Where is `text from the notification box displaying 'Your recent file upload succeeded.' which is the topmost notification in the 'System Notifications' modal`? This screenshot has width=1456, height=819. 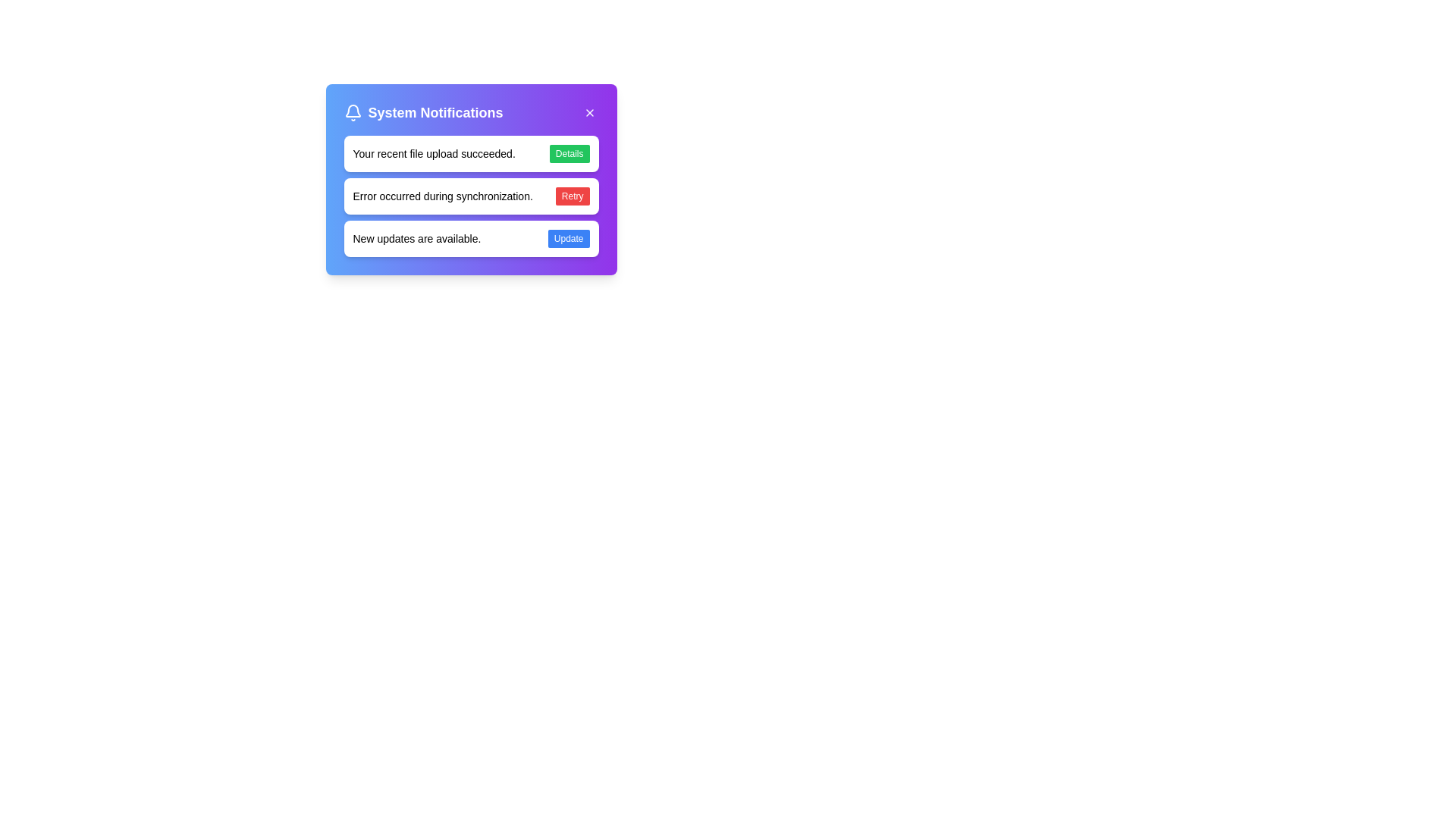 text from the notification box displaying 'Your recent file upload succeeded.' which is the topmost notification in the 'System Notifications' modal is located at coordinates (470, 154).